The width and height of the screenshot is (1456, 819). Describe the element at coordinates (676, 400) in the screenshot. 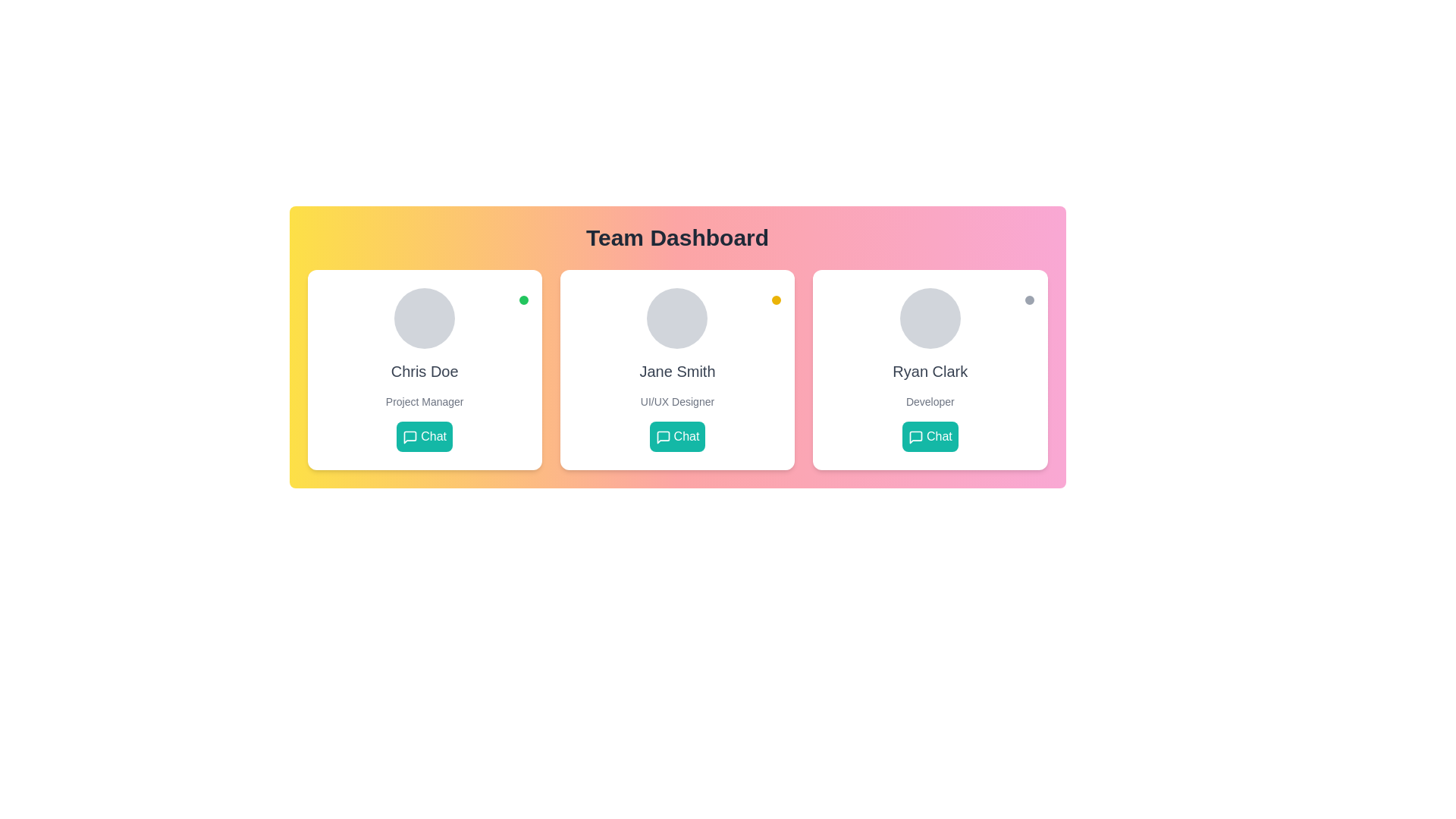

I see `text label indicating the job title 'UI/UX Designer' located in the second card from the left, directly below the name 'Jane Smith'` at that location.